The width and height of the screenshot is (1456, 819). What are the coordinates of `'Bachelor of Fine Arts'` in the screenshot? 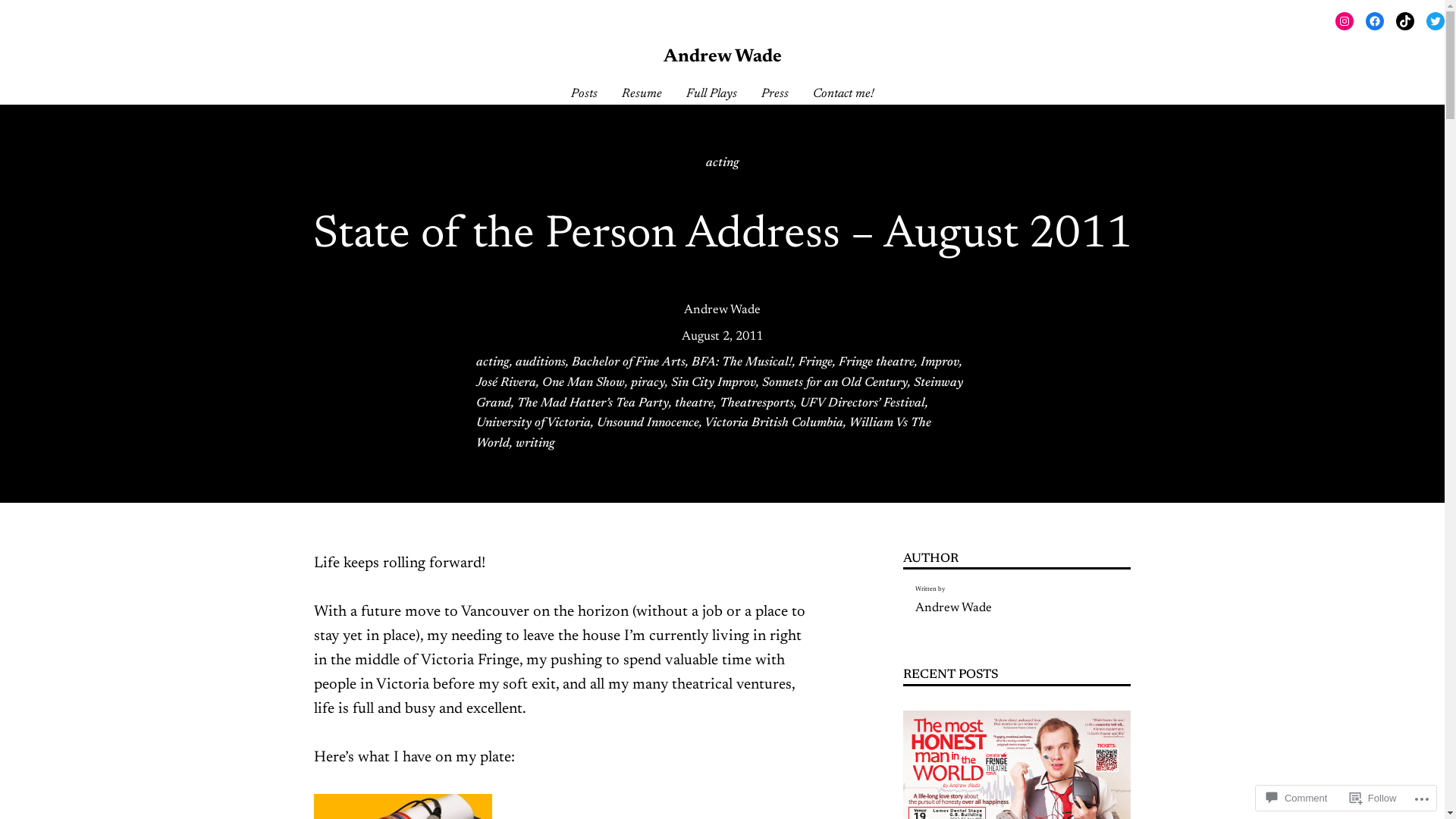 It's located at (629, 362).